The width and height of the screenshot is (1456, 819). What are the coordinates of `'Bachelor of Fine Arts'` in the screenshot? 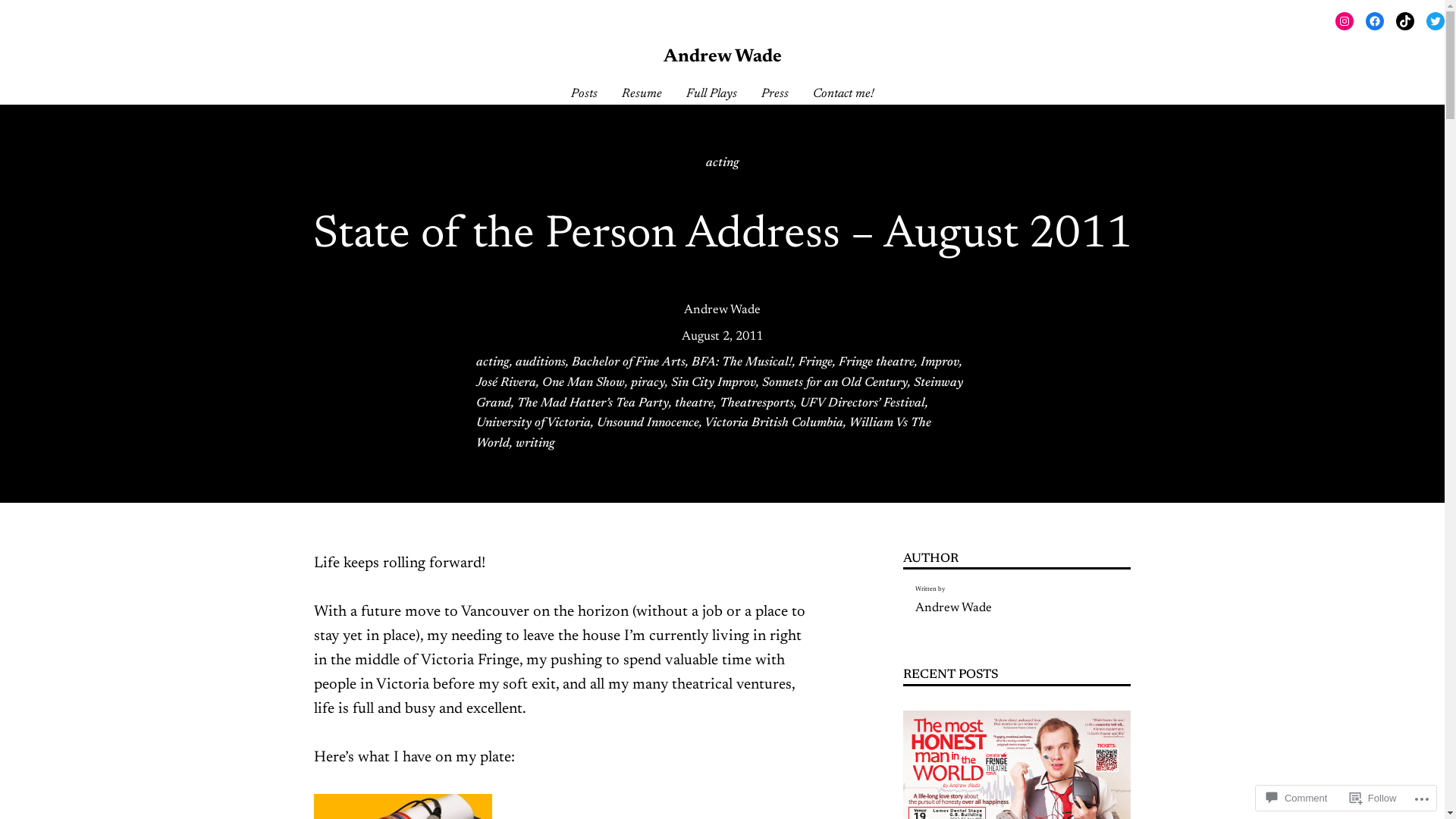 It's located at (629, 362).